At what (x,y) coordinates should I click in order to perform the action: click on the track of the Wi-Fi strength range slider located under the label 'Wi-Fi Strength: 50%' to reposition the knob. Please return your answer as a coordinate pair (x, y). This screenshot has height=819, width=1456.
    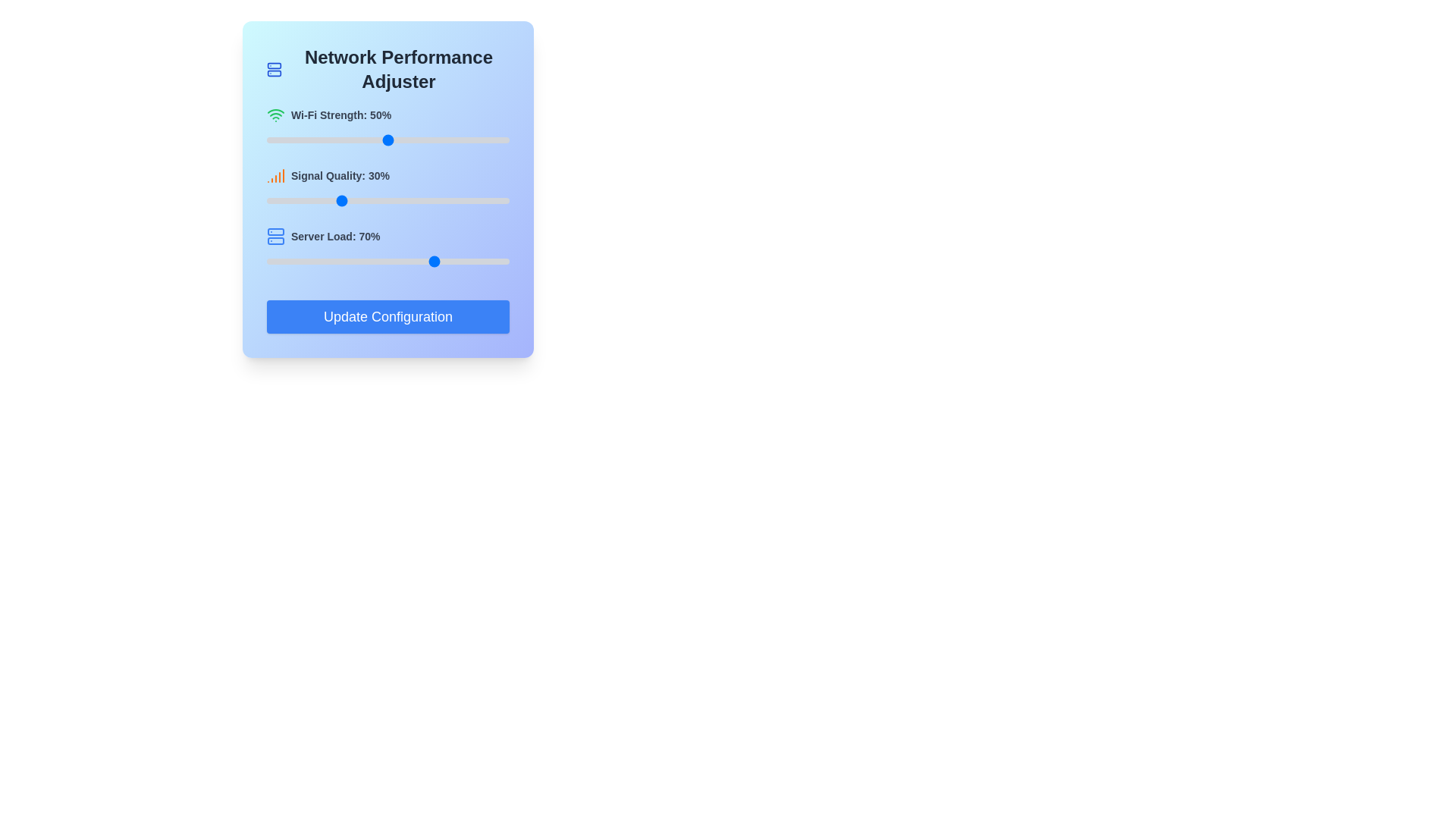
    Looking at the image, I should click on (388, 140).